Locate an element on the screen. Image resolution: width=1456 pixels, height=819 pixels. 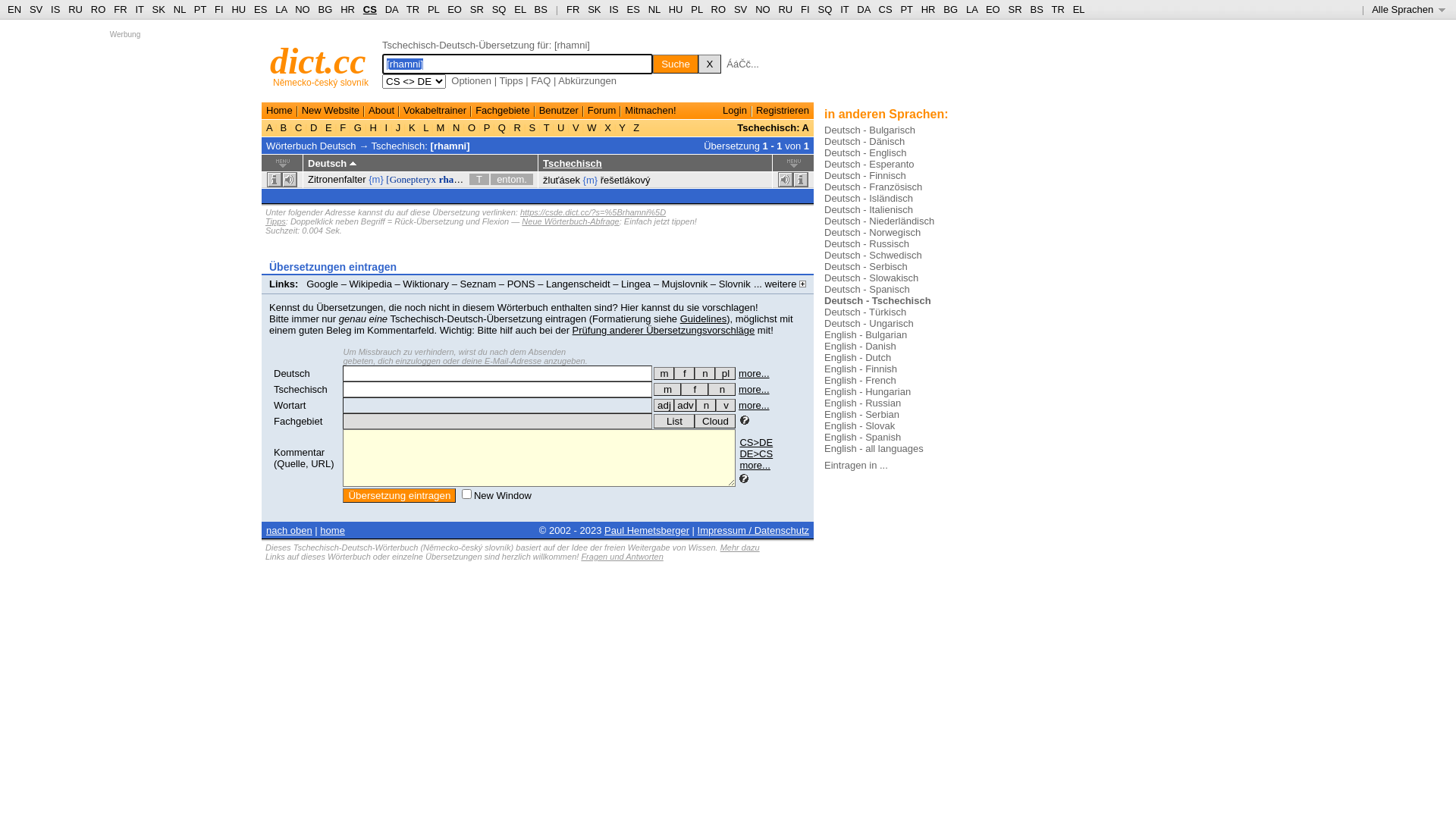
'Forum' is located at coordinates (601, 109).